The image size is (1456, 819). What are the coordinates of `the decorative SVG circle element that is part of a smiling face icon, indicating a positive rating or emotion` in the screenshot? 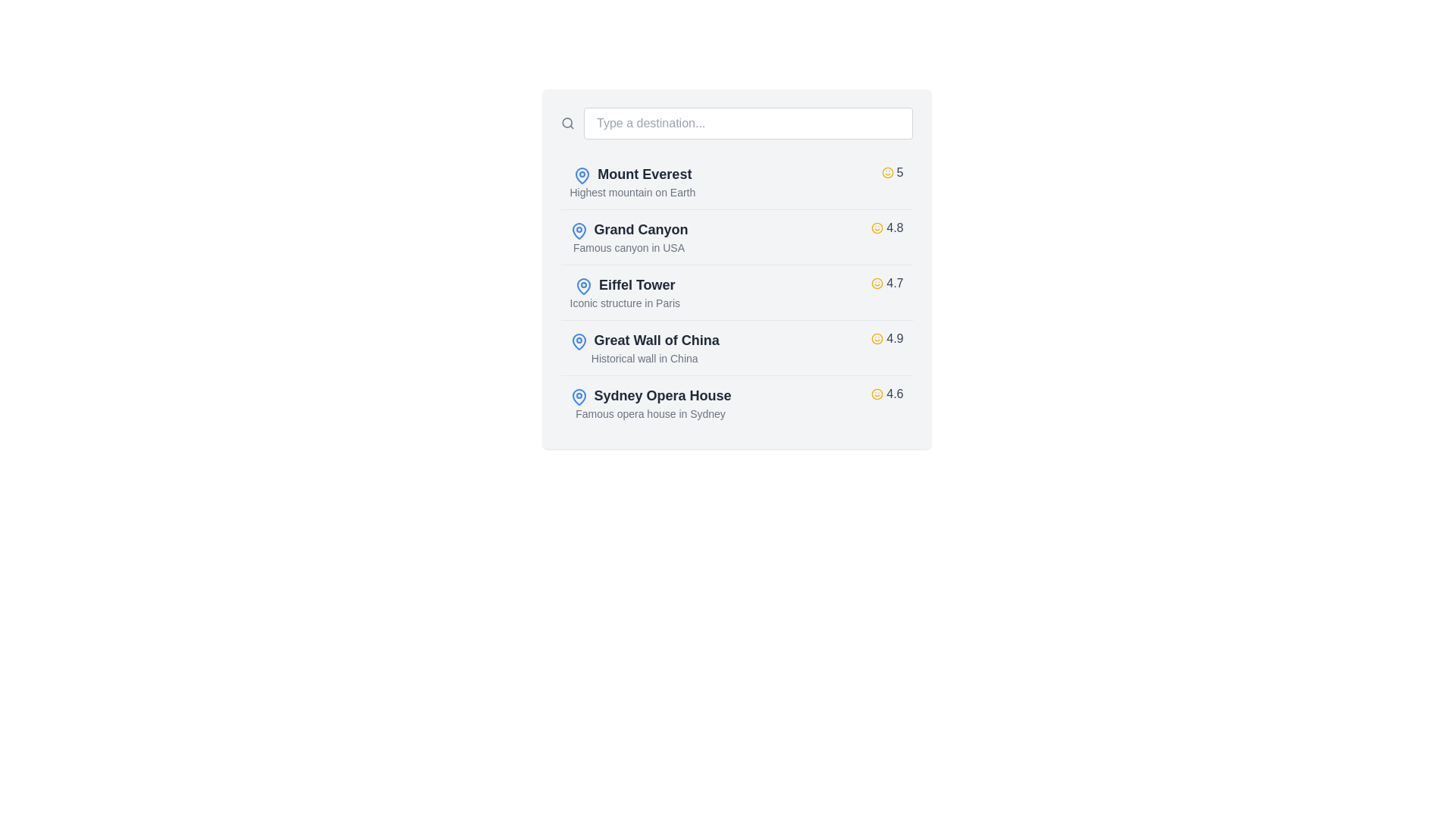 It's located at (887, 171).